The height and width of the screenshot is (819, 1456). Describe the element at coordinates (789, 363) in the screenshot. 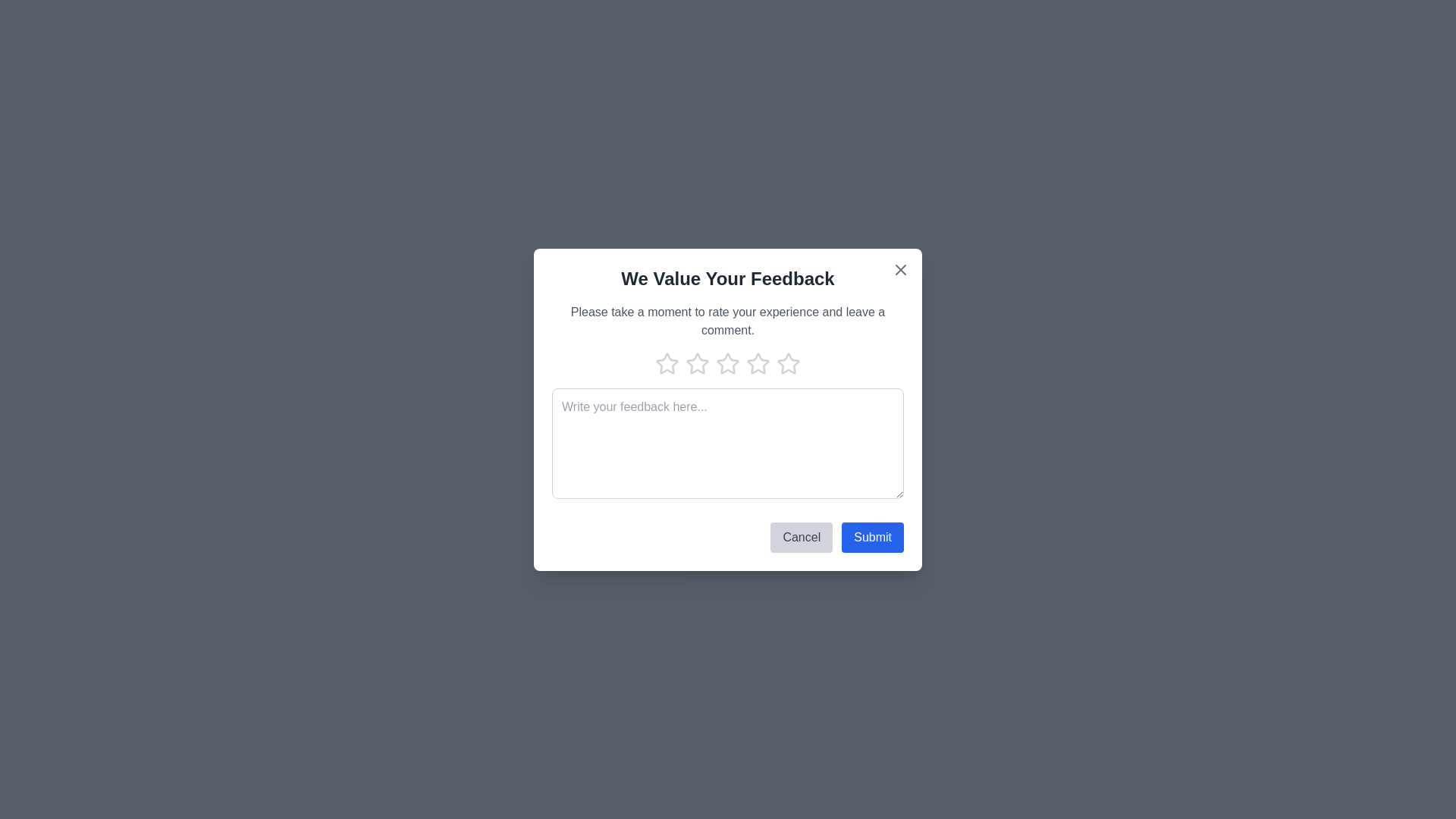

I see `the fifth star icon in the horizontal row` at that location.